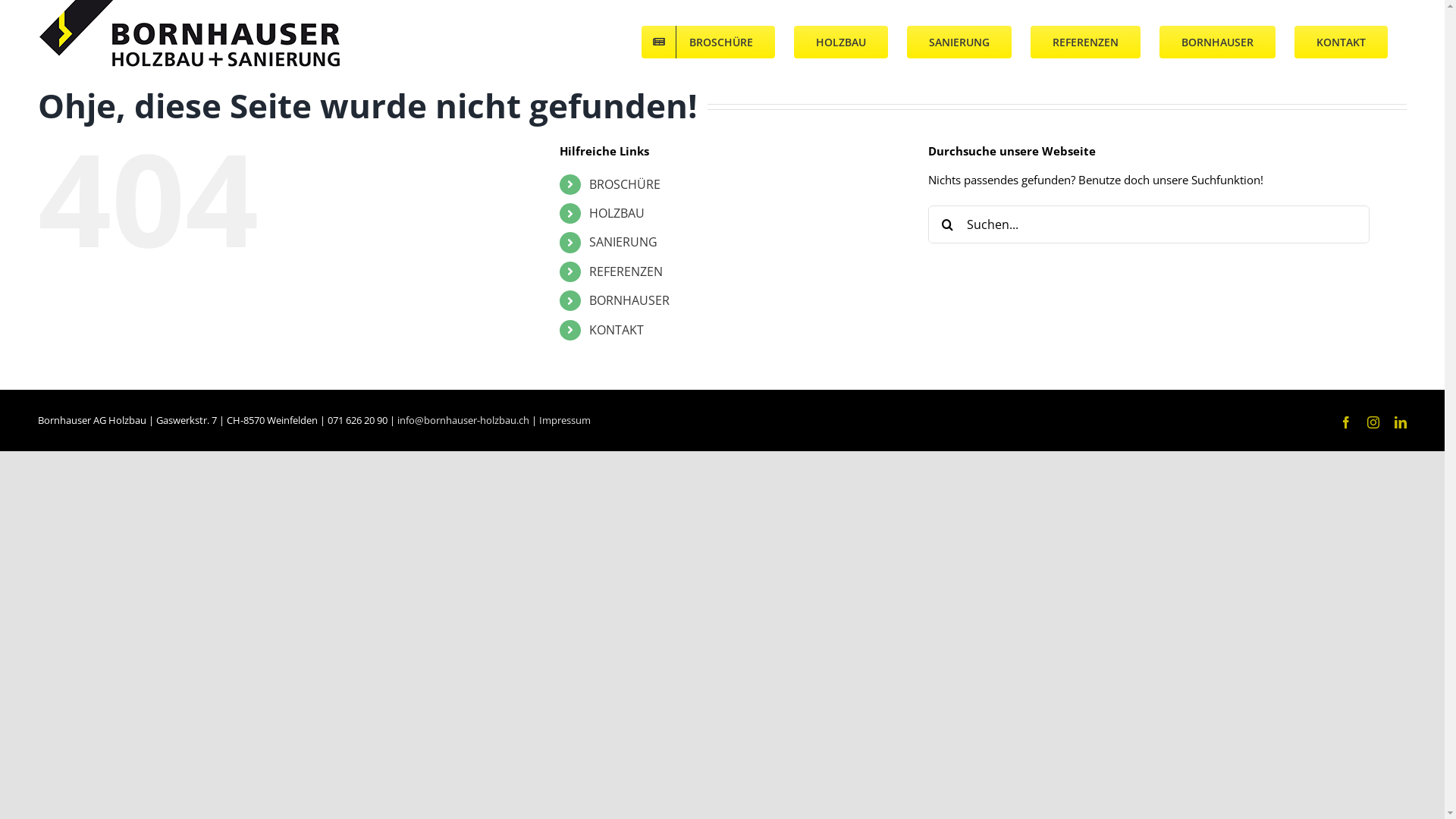 The image size is (1456, 819). Describe the element at coordinates (462, 420) in the screenshot. I see `'info@bornhauser-holzbau.ch'` at that location.